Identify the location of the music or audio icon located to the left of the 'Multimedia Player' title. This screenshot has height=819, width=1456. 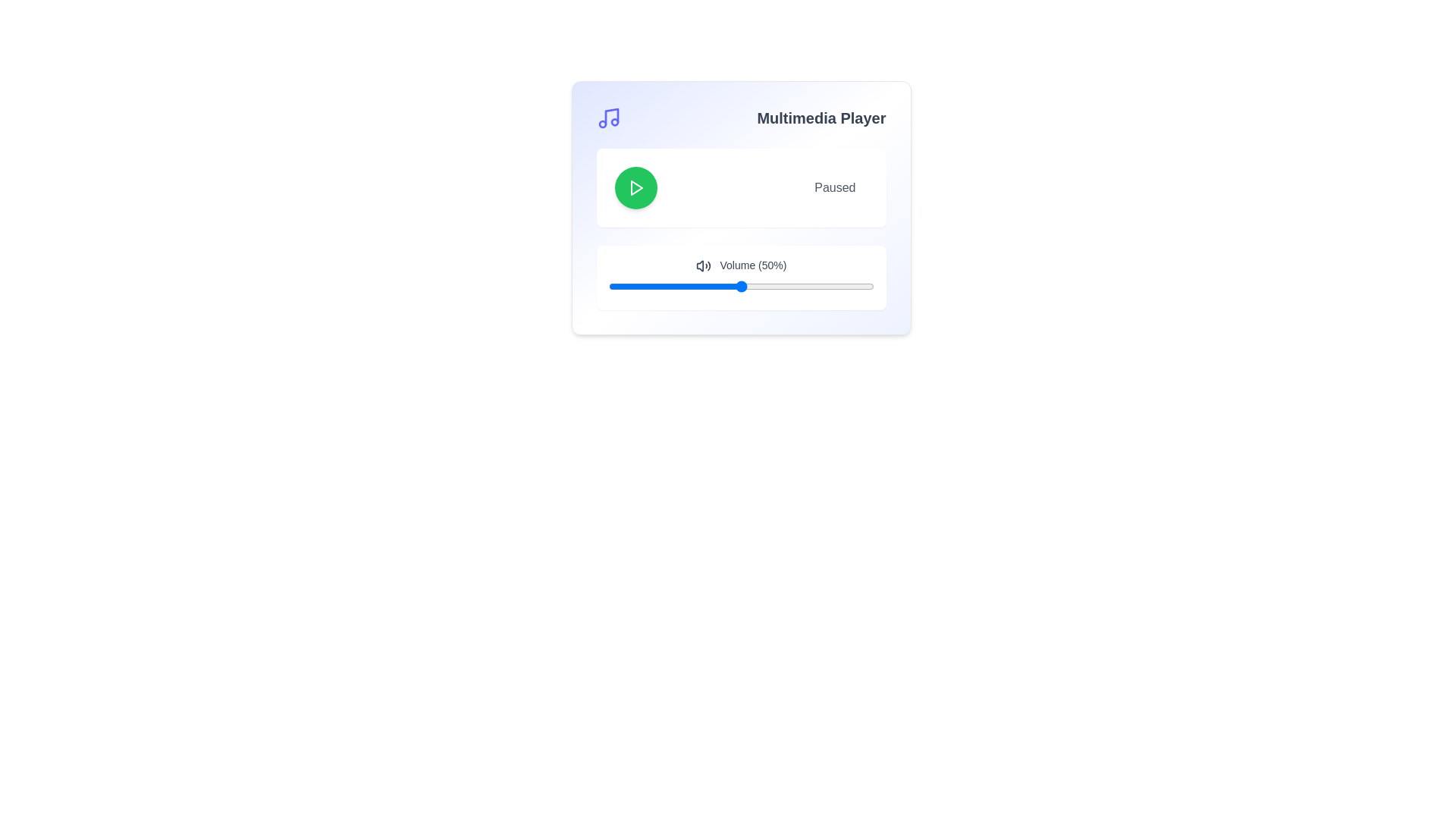
(608, 117).